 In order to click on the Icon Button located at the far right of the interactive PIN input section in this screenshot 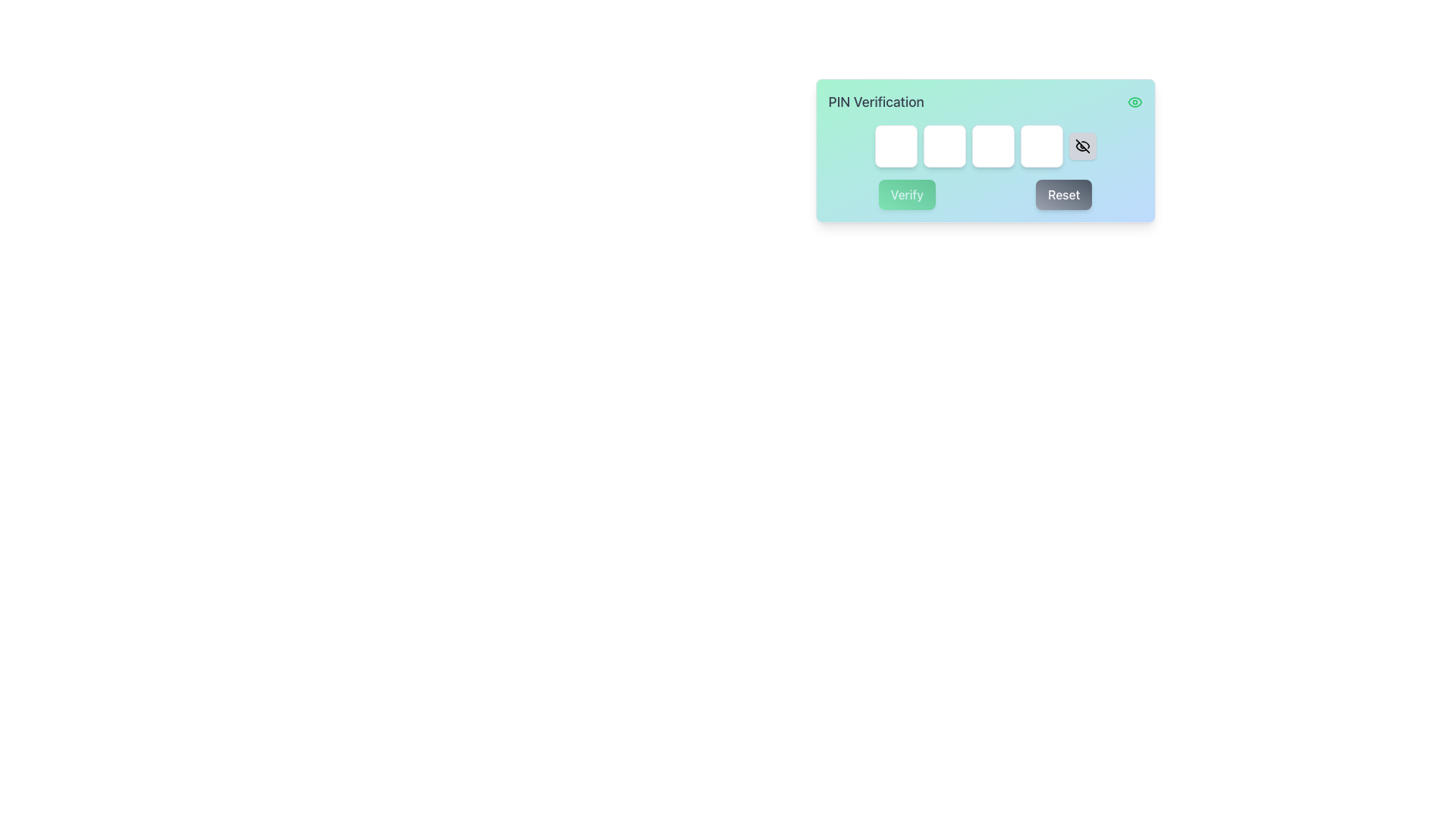, I will do `click(1081, 146)`.